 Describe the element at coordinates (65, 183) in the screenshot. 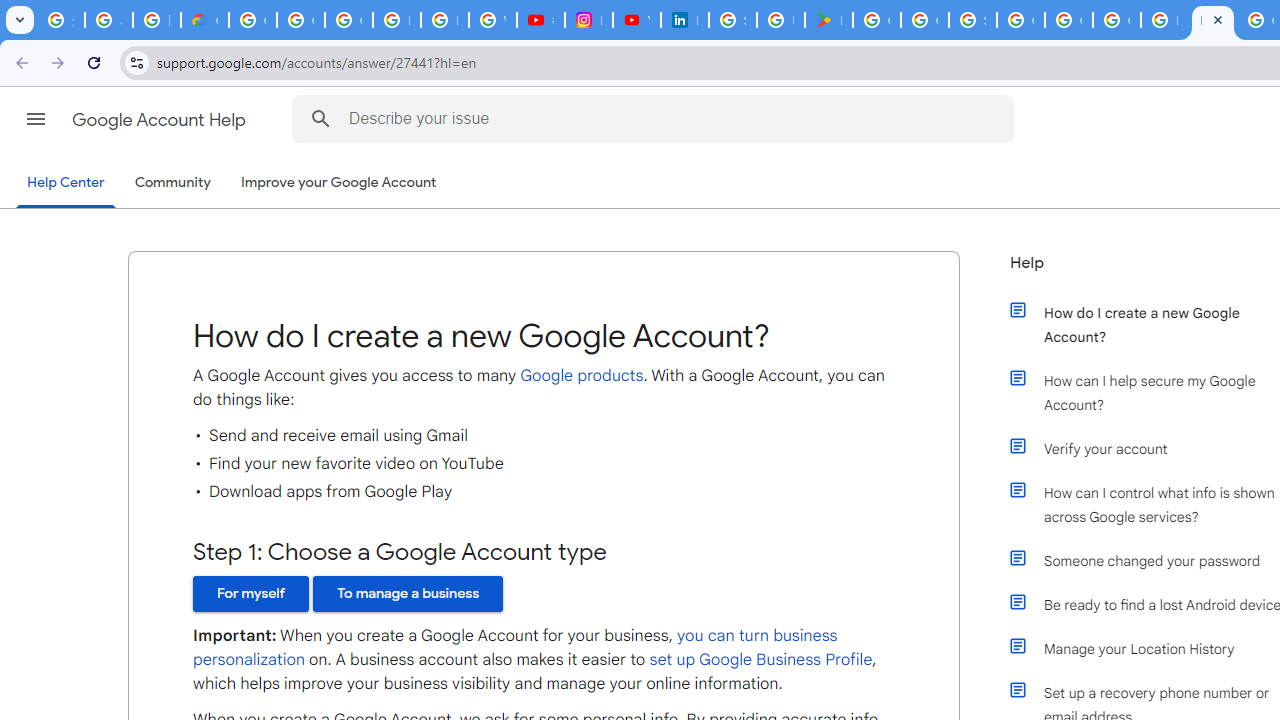

I see `'Help Center'` at that location.